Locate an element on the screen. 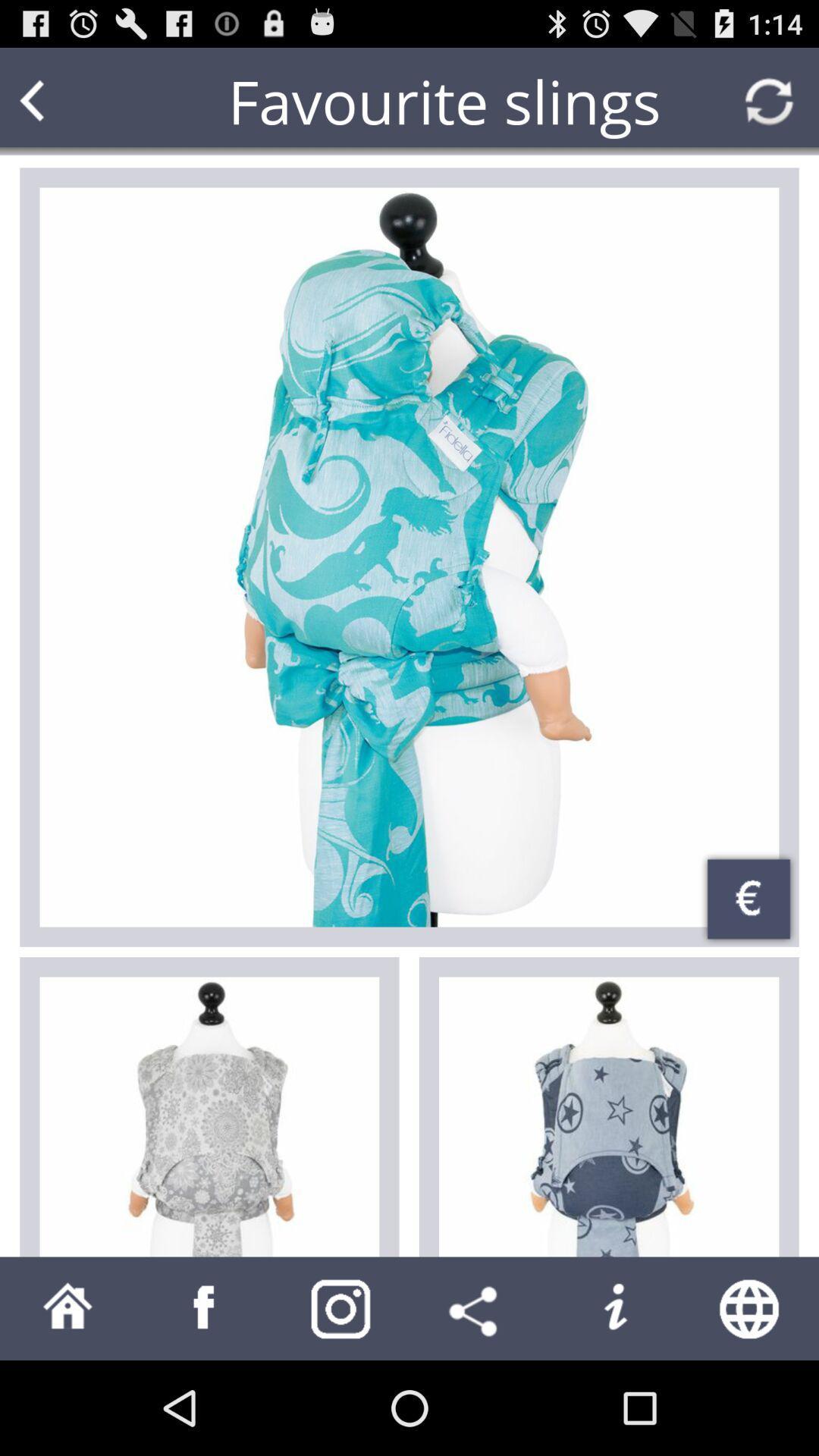 This screenshot has width=819, height=1456. refresh is located at coordinates (769, 100).